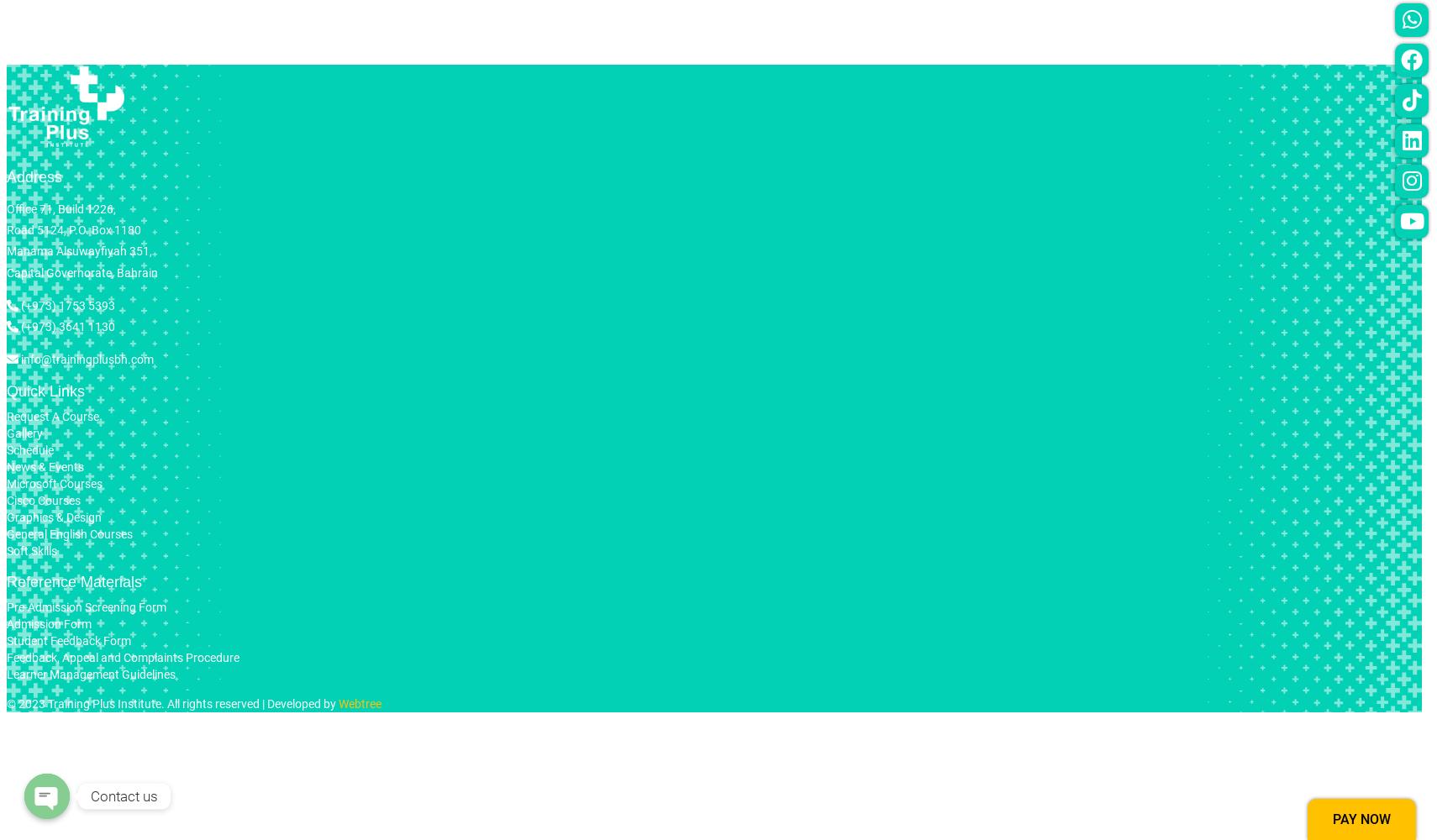 The height and width of the screenshot is (840, 1437). What do you see at coordinates (53, 517) in the screenshot?
I see `'Graphics & Design'` at bounding box center [53, 517].